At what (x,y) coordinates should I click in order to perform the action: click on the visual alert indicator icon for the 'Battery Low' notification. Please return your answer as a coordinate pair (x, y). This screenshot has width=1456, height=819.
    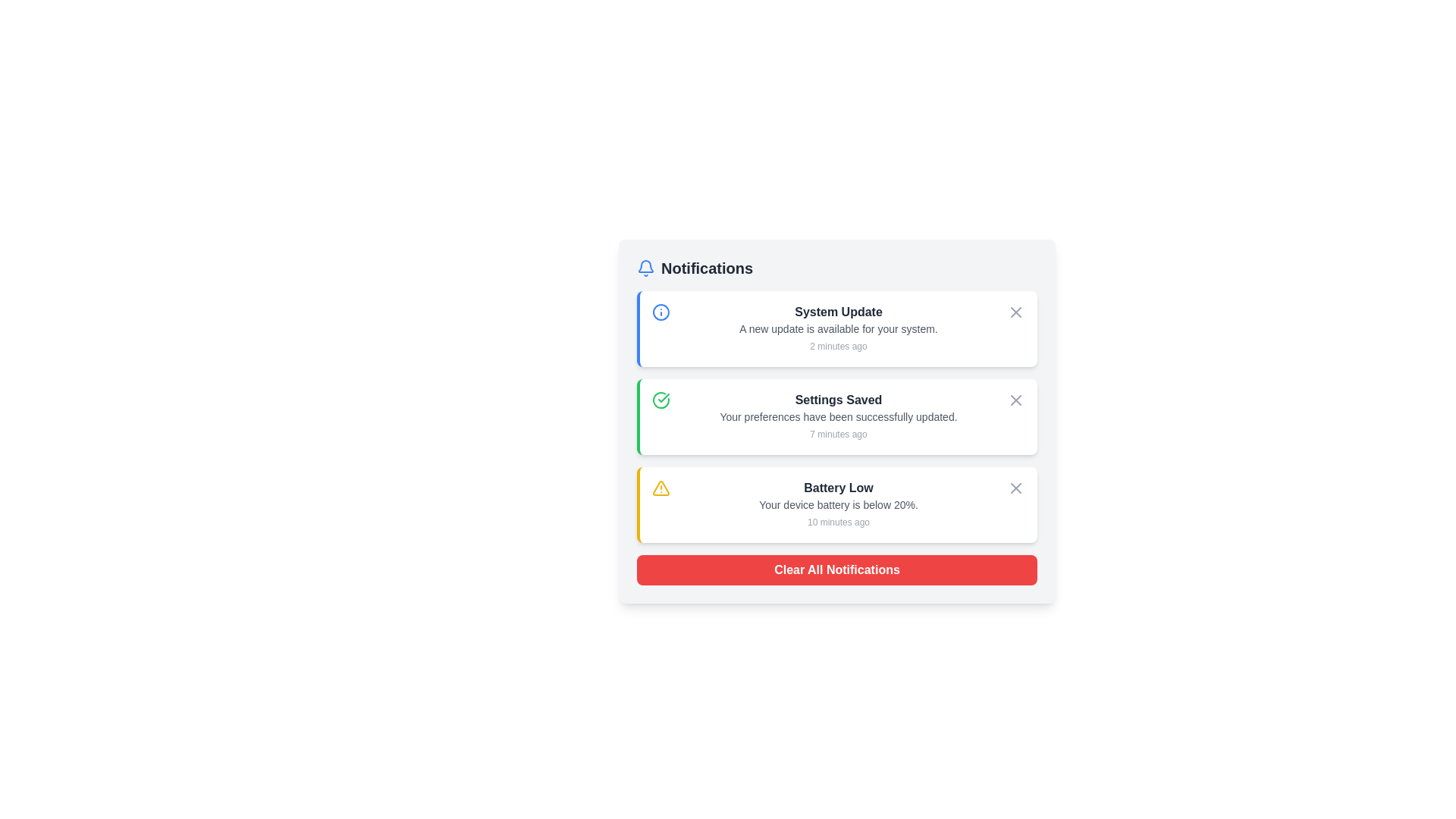
    Looking at the image, I should click on (661, 488).